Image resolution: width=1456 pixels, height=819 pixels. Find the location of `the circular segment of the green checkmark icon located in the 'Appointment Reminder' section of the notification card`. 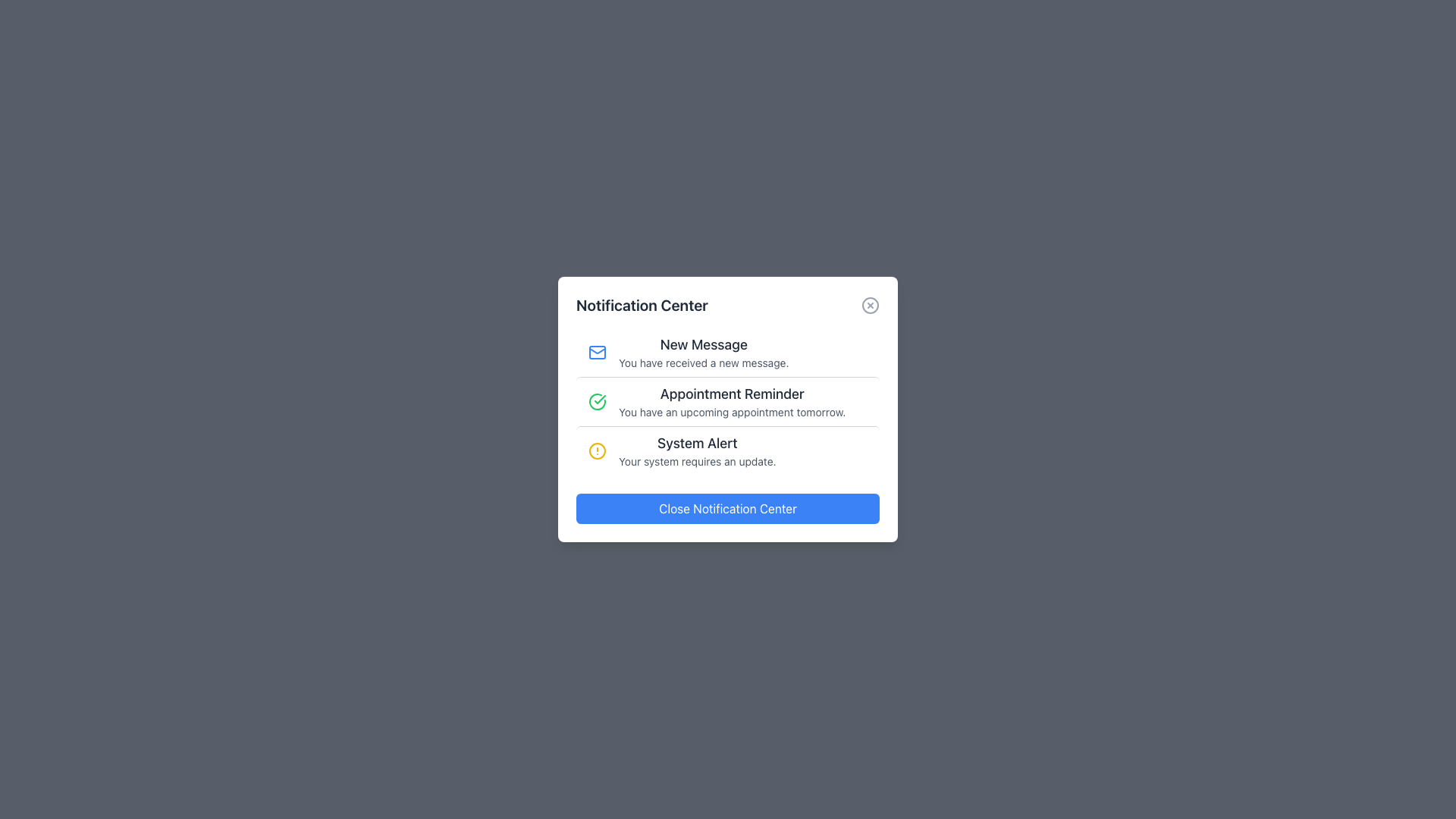

the circular segment of the green checkmark icon located in the 'Appointment Reminder' section of the notification card is located at coordinates (596, 400).